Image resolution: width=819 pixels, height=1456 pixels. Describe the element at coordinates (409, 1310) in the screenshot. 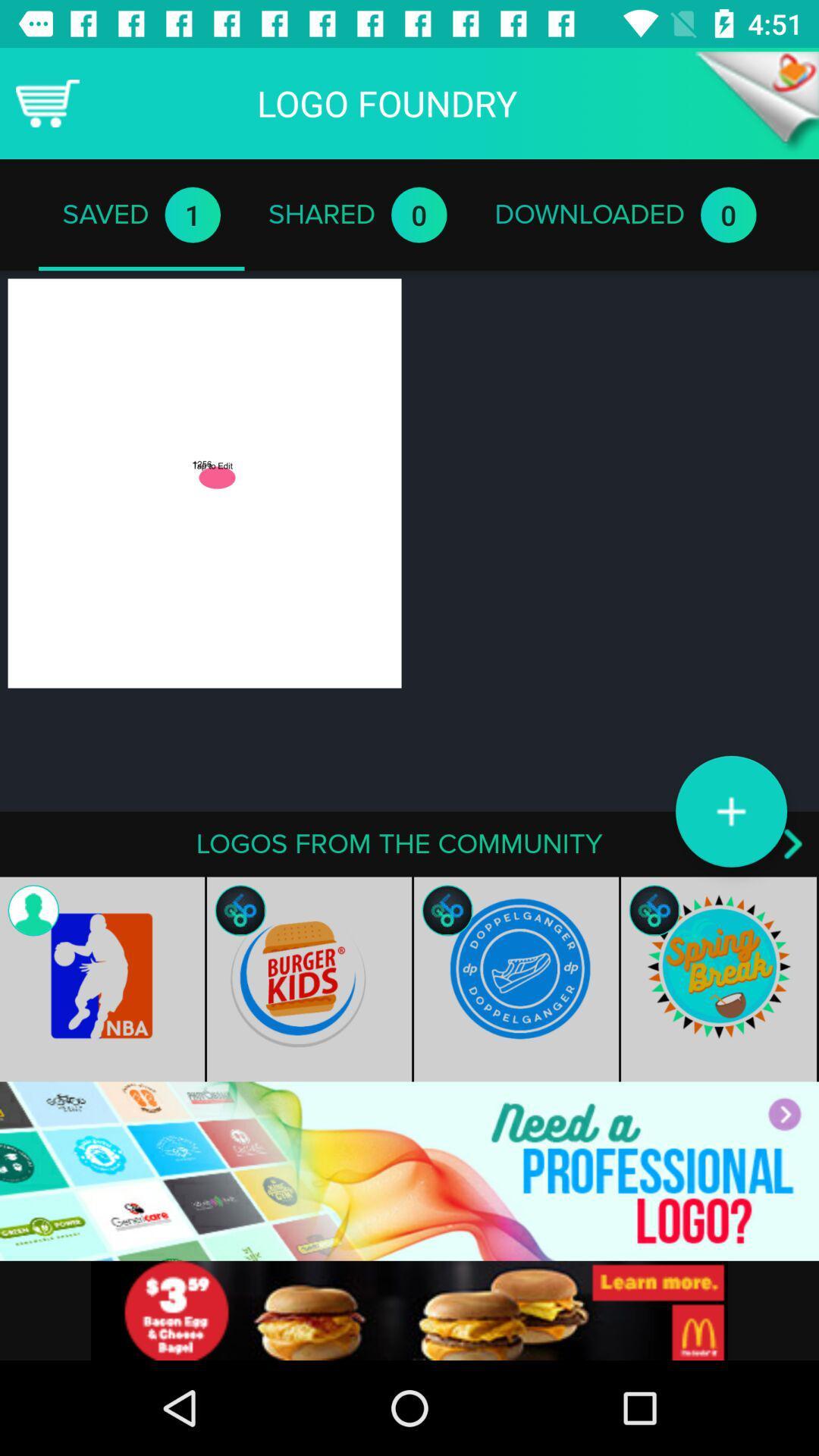

I see `find out more` at that location.